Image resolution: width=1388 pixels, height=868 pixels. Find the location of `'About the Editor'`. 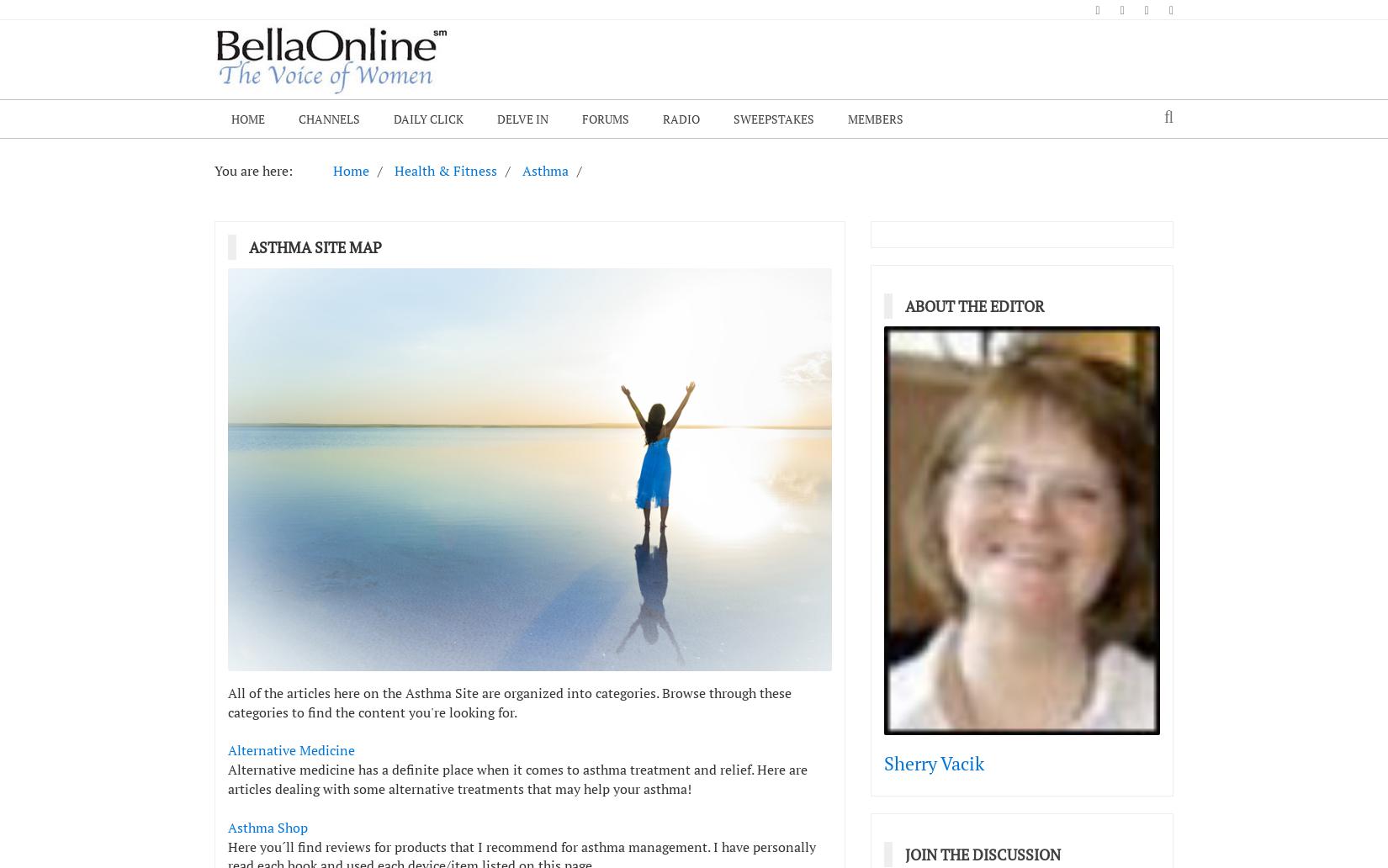

'About the Editor' is located at coordinates (974, 304).